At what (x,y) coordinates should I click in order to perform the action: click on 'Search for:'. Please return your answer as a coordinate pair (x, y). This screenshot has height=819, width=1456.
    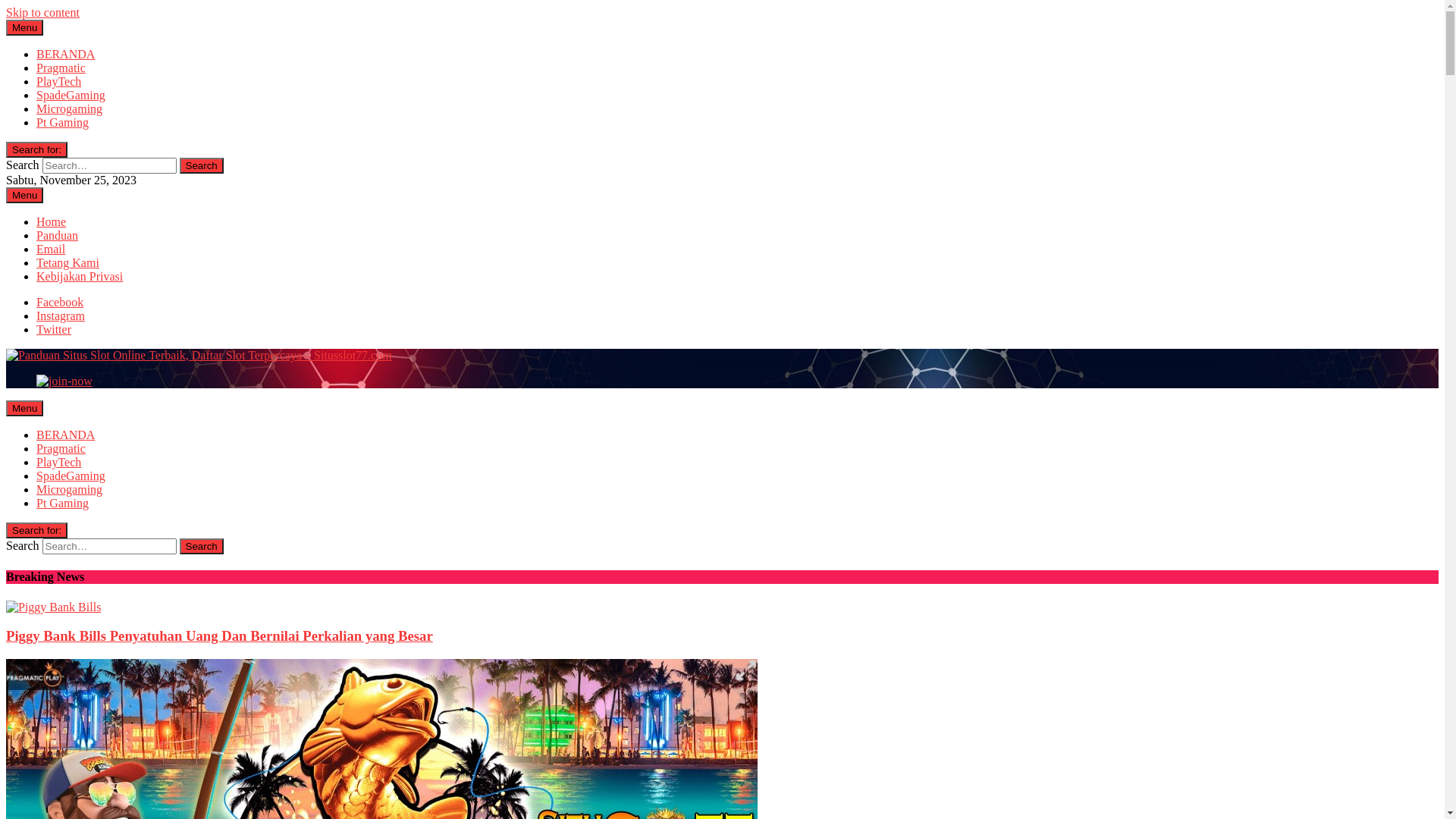
    Looking at the image, I should click on (36, 149).